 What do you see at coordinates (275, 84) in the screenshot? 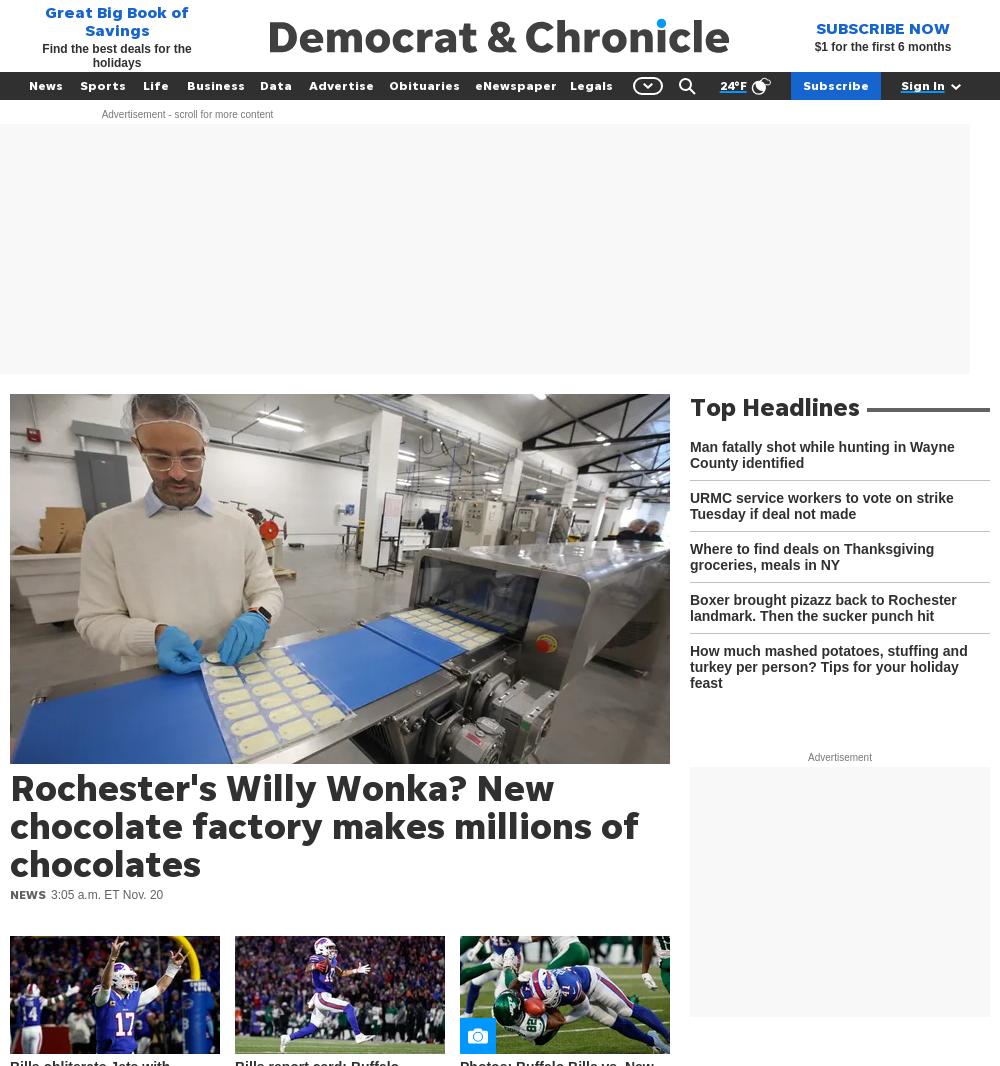
I see `'Data'` at bounding box center [275, 84].